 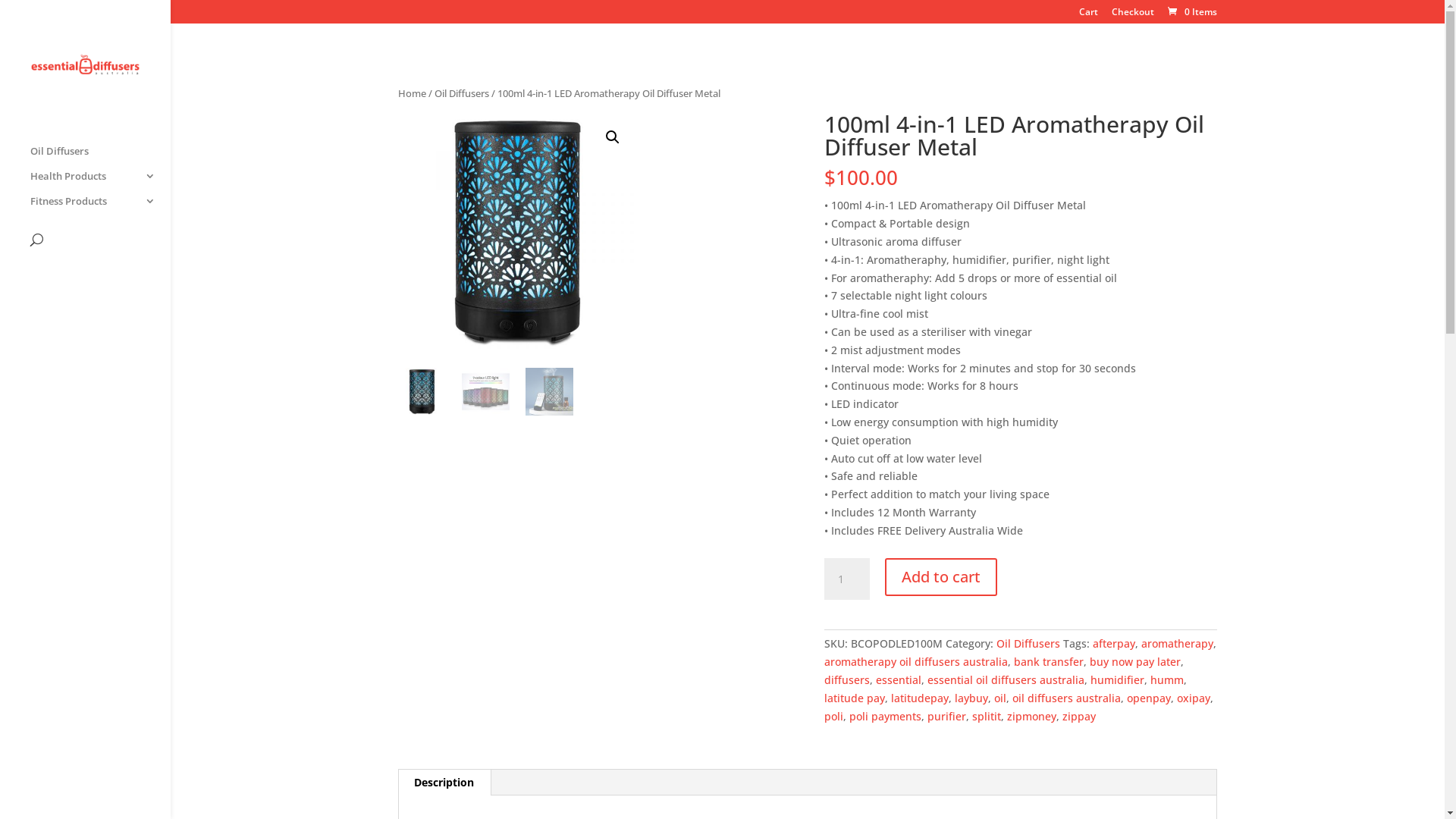 I want to click on 'humm', so click(x=1166, y=679).